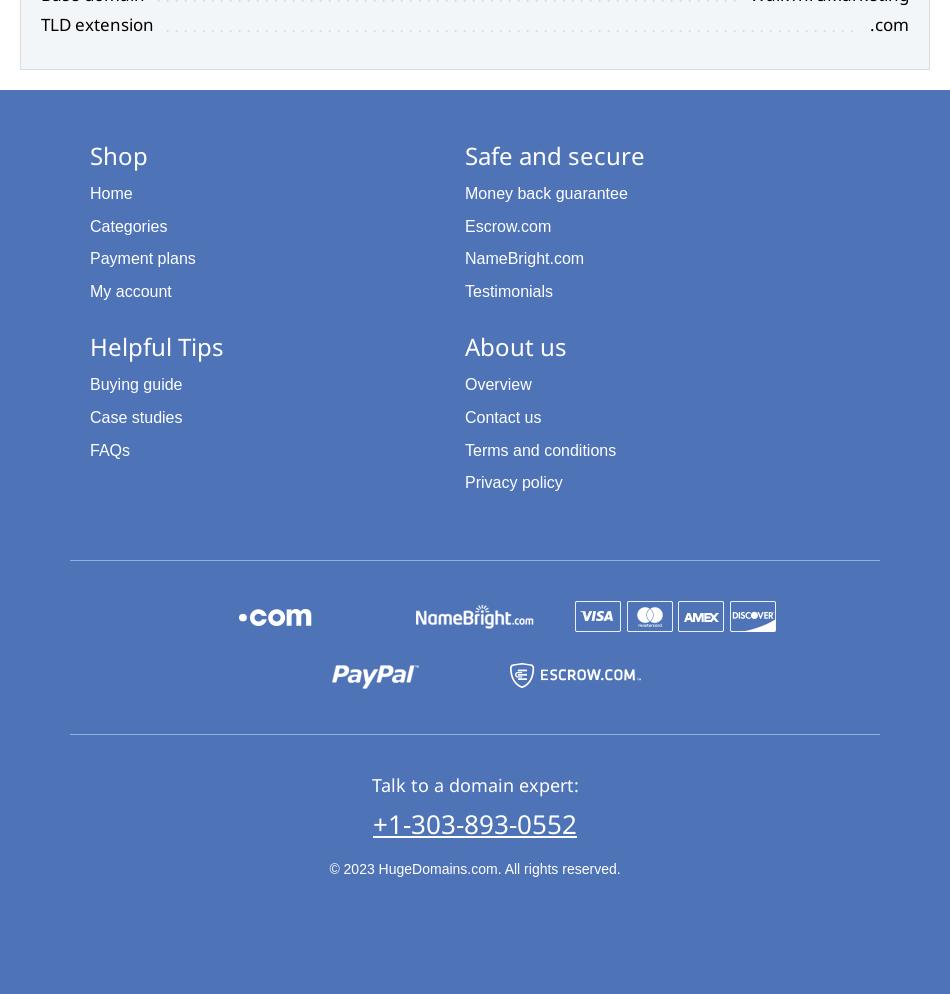 The height and width of the screenshot is (994, 950). I want to click on 'FAQs', so click(110, 449).